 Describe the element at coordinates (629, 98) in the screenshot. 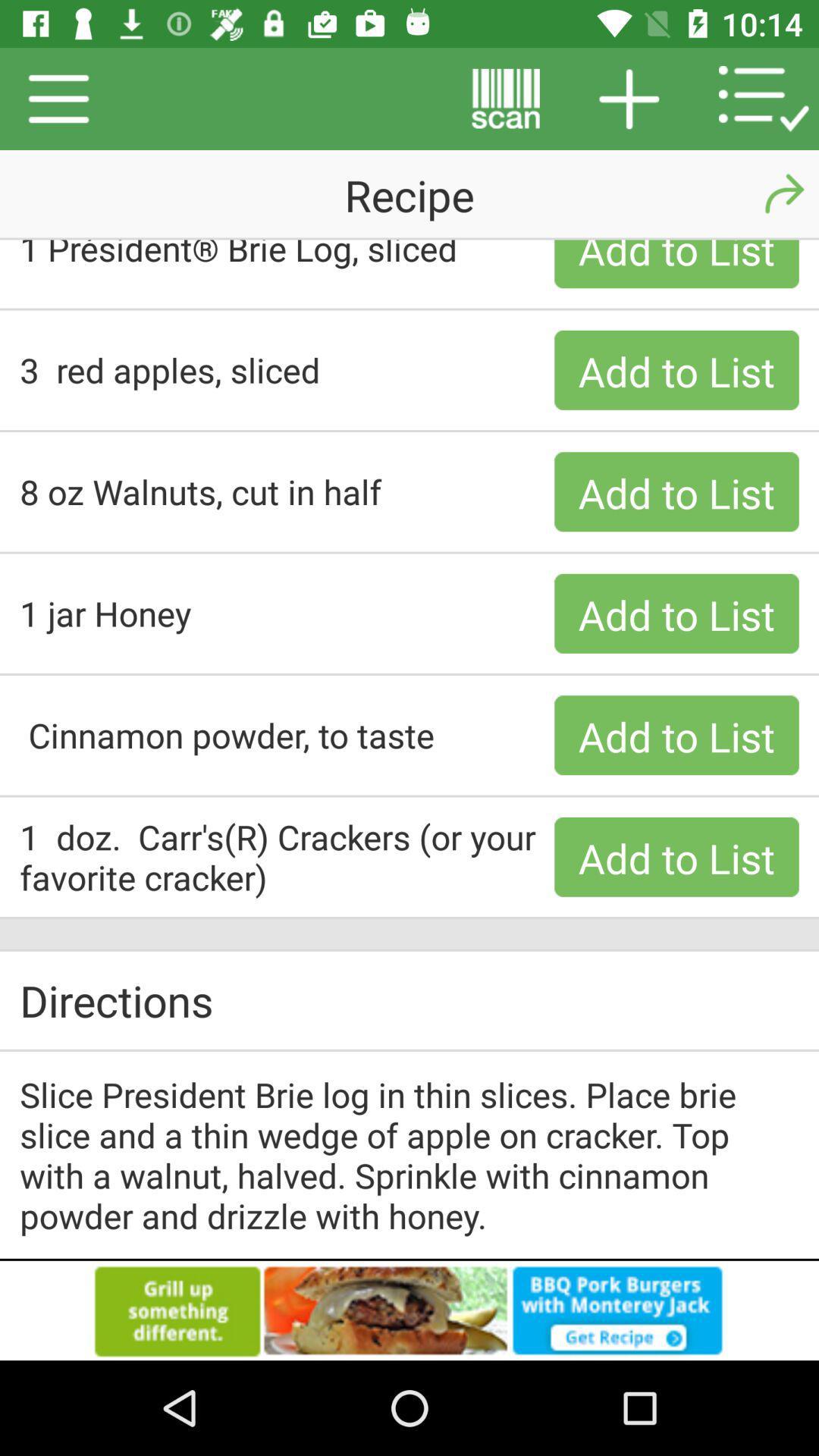

I see `the add icon` at that location.